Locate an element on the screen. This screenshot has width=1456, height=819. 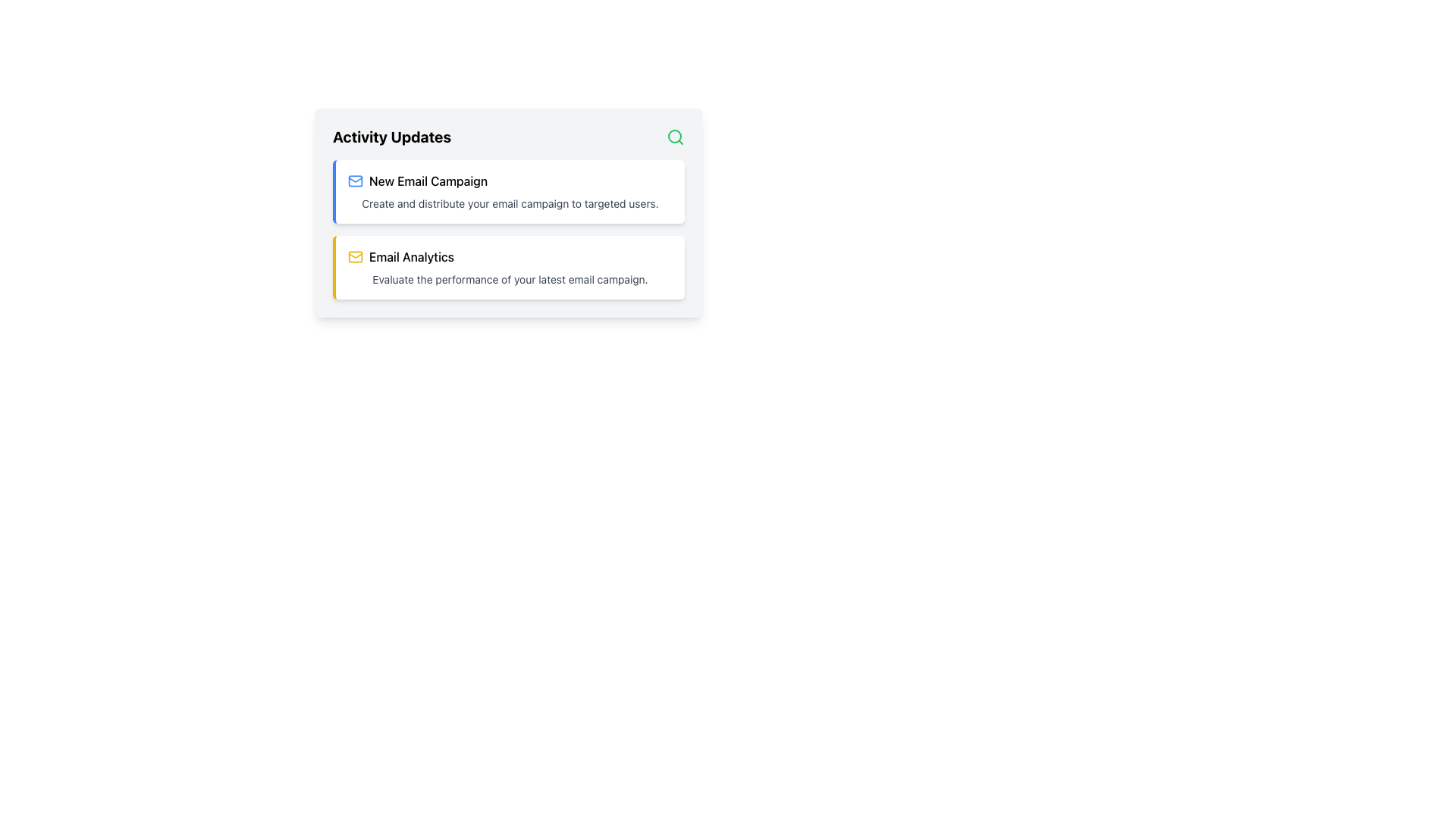
the 'New Email Campaign' text label that identifies the functionality for creating and distributing email campaigns under 'Activity Updates' is located at coordinates (428, 180).